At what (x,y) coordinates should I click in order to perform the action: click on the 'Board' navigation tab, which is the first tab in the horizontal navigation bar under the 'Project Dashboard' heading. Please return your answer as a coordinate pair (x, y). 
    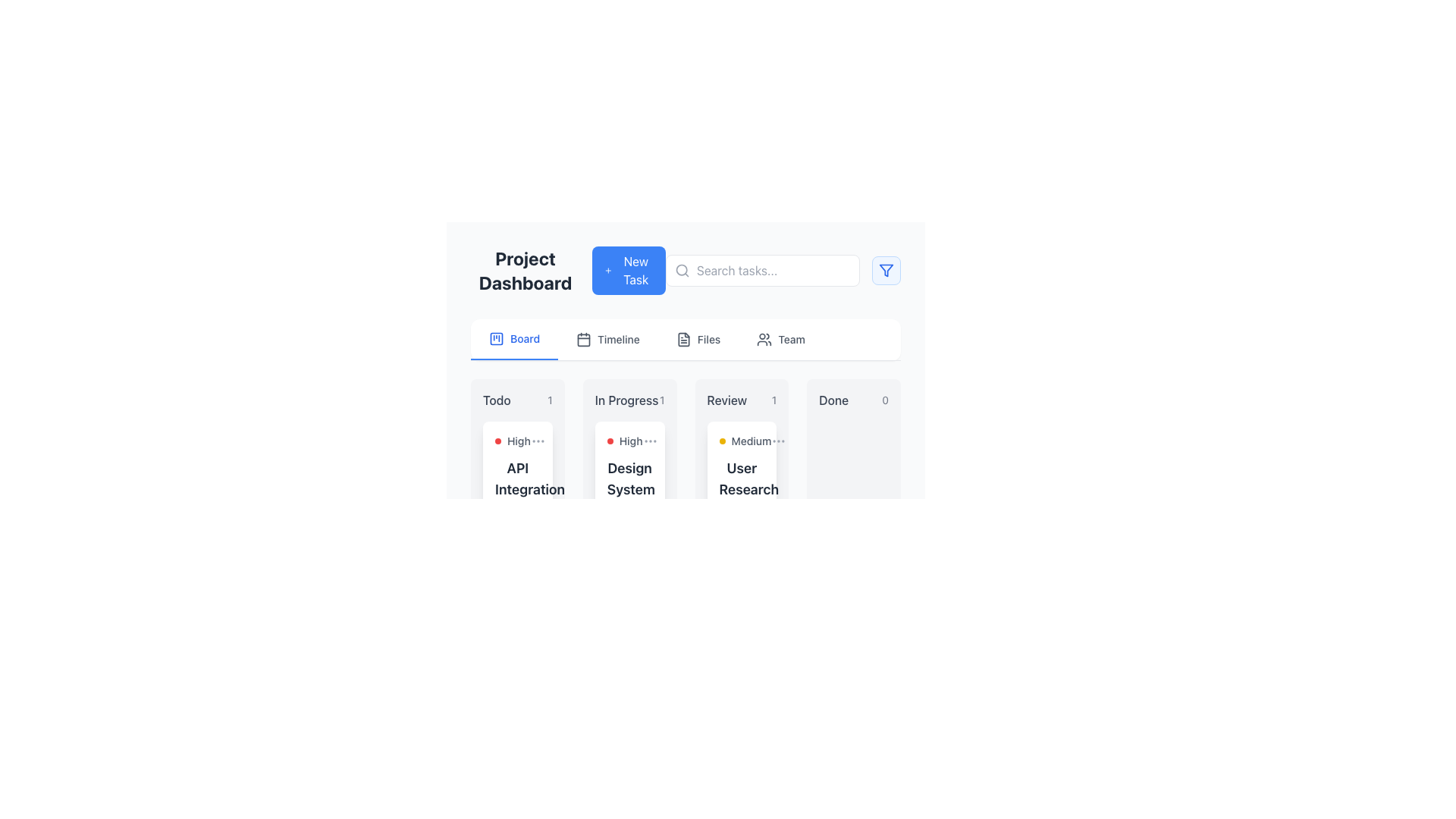
    Looking at the image, I should click on (514, 338).